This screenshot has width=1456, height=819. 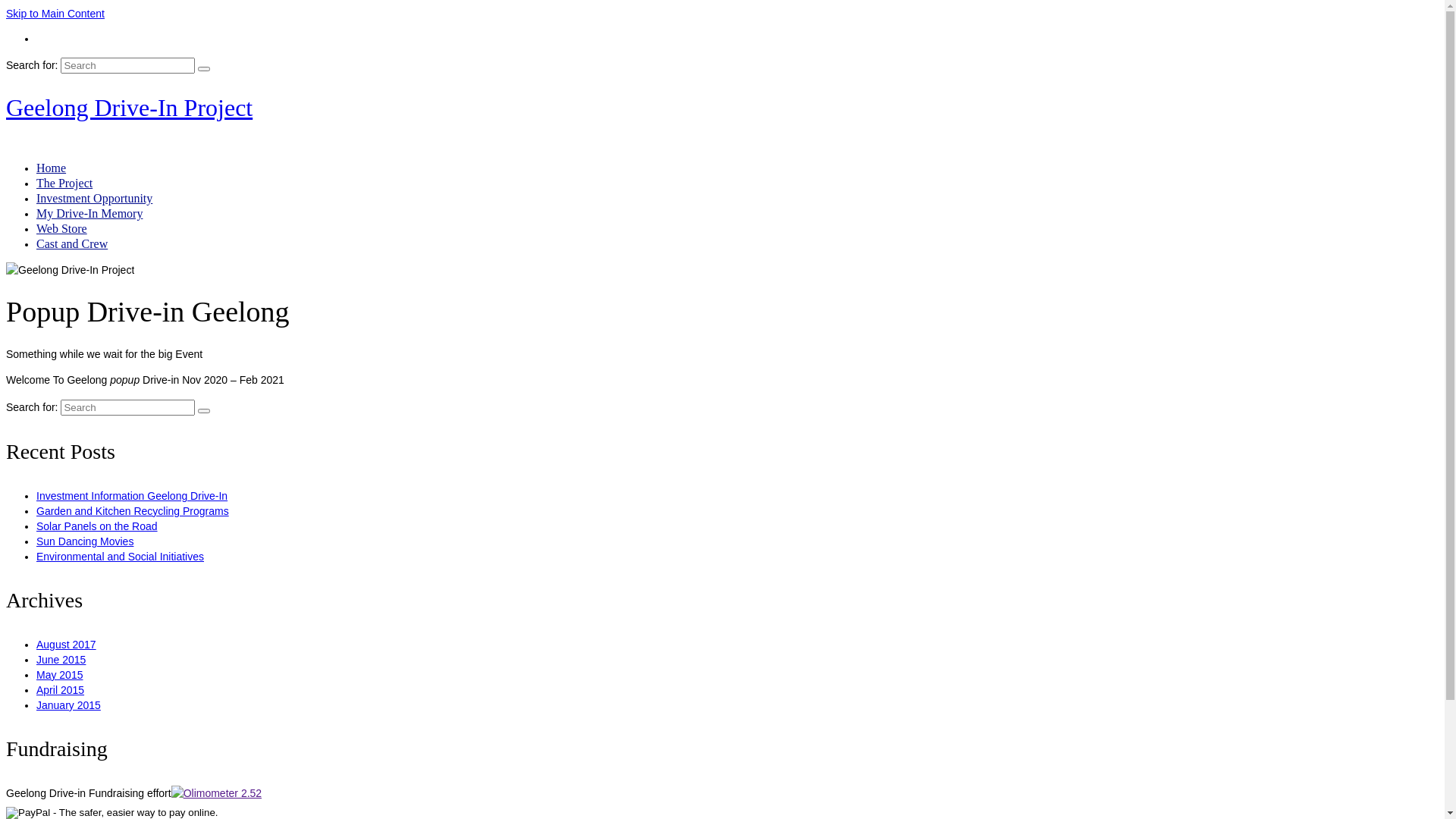 I want to click on 'The Project', so click(x=64, y=182).